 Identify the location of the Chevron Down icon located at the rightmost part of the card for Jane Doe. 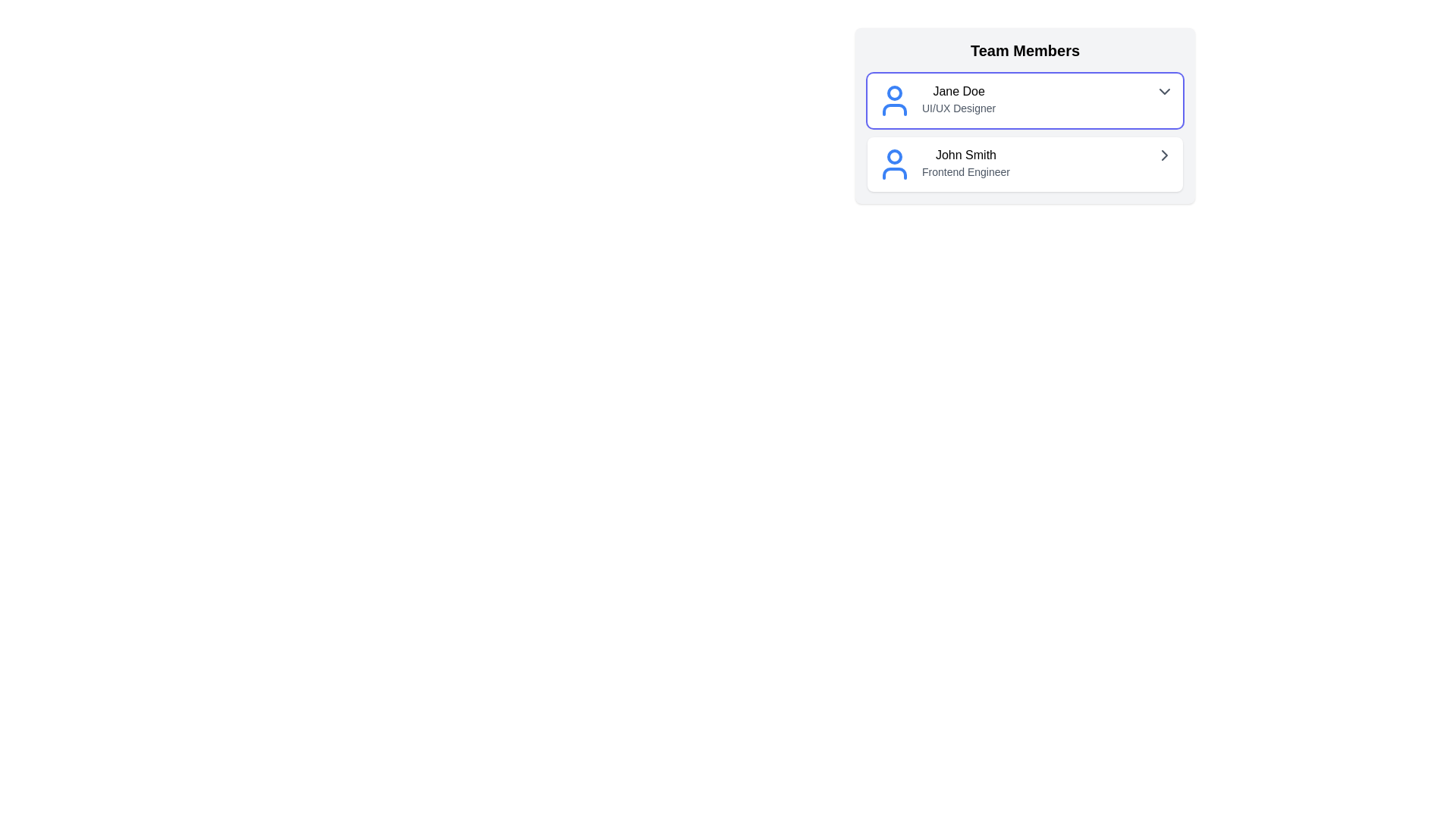
(1164, 91).